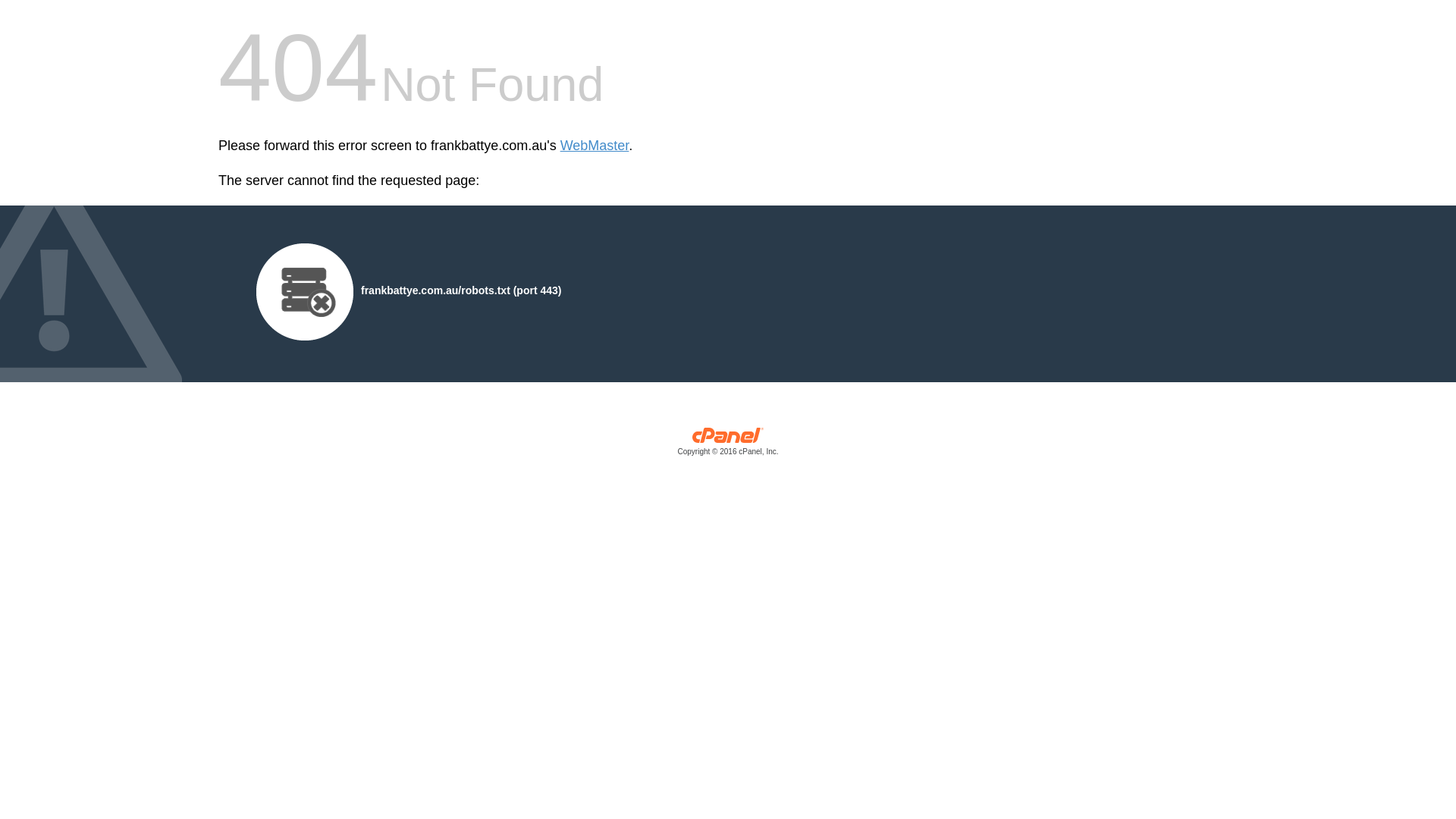 This screenshot has width=1456, height=819. Describe the element at coordinates (594, 146) in the screenshot. I see `'WebMaster'` at that location.